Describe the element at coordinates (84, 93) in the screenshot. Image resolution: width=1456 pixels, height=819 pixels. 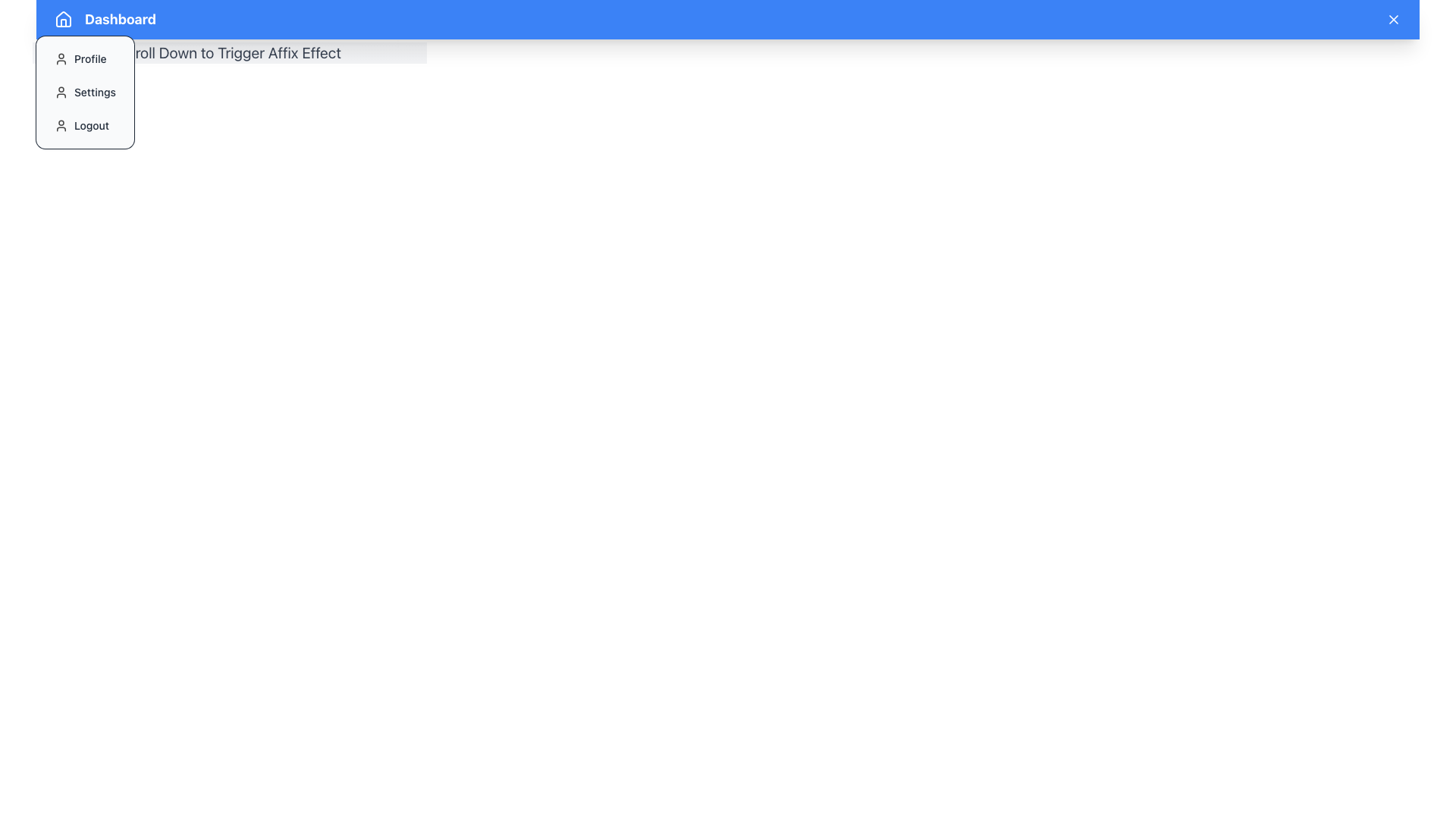
I see `the second menu item in the dropdown menu under the dashboard header` at that location.